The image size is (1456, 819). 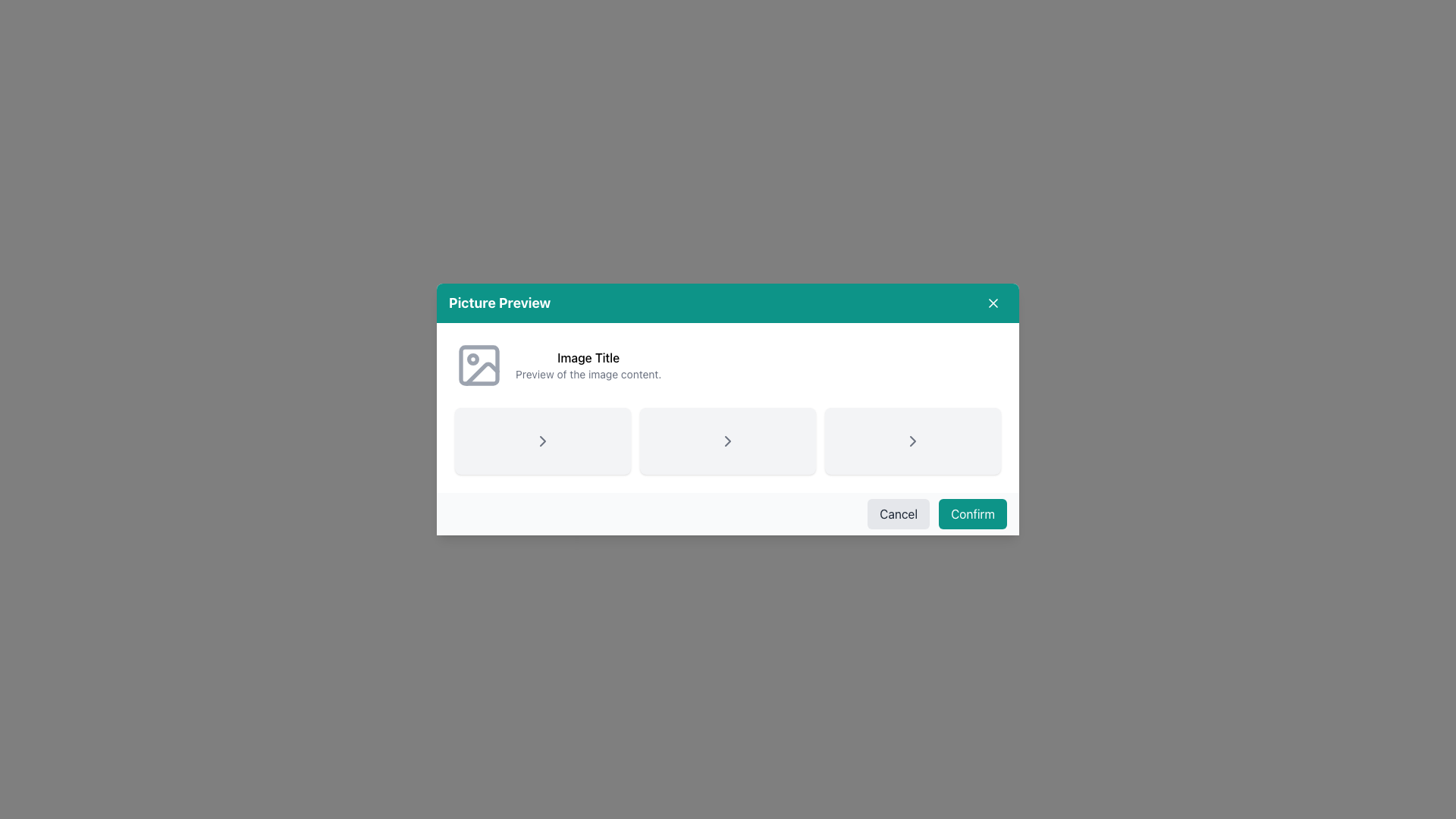 What do you see at coordinates (588, 374) in the screenshot?
I see `text element located below 'Image Title' in the 'Picture Preview' modal dialog, which provides a textual description or preview of the content being referenced` at bounding box center [588, 374].